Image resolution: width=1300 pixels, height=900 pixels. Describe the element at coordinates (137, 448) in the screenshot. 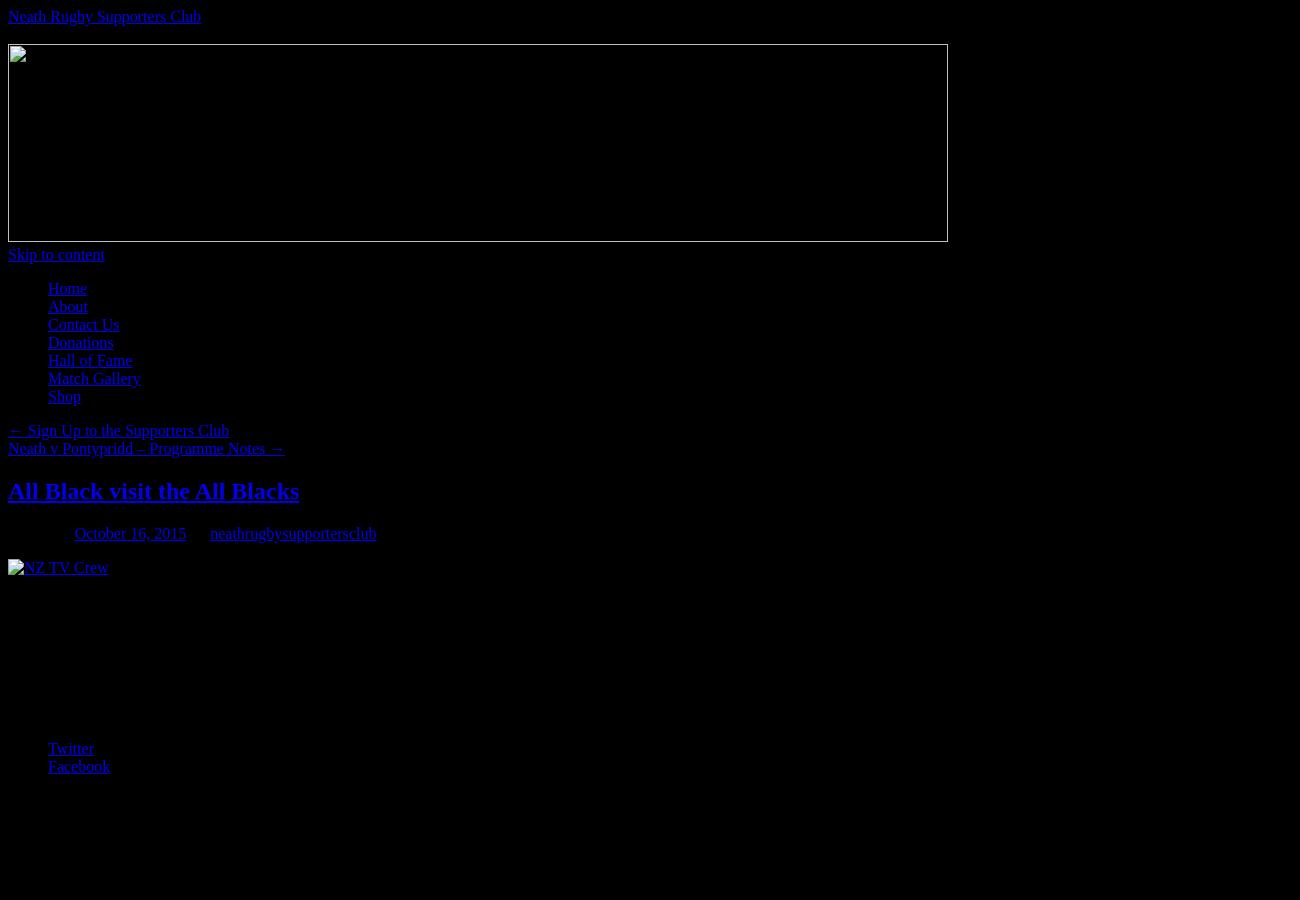

I see `'Neath v Pontypridd – Programme Notes'` at that location.